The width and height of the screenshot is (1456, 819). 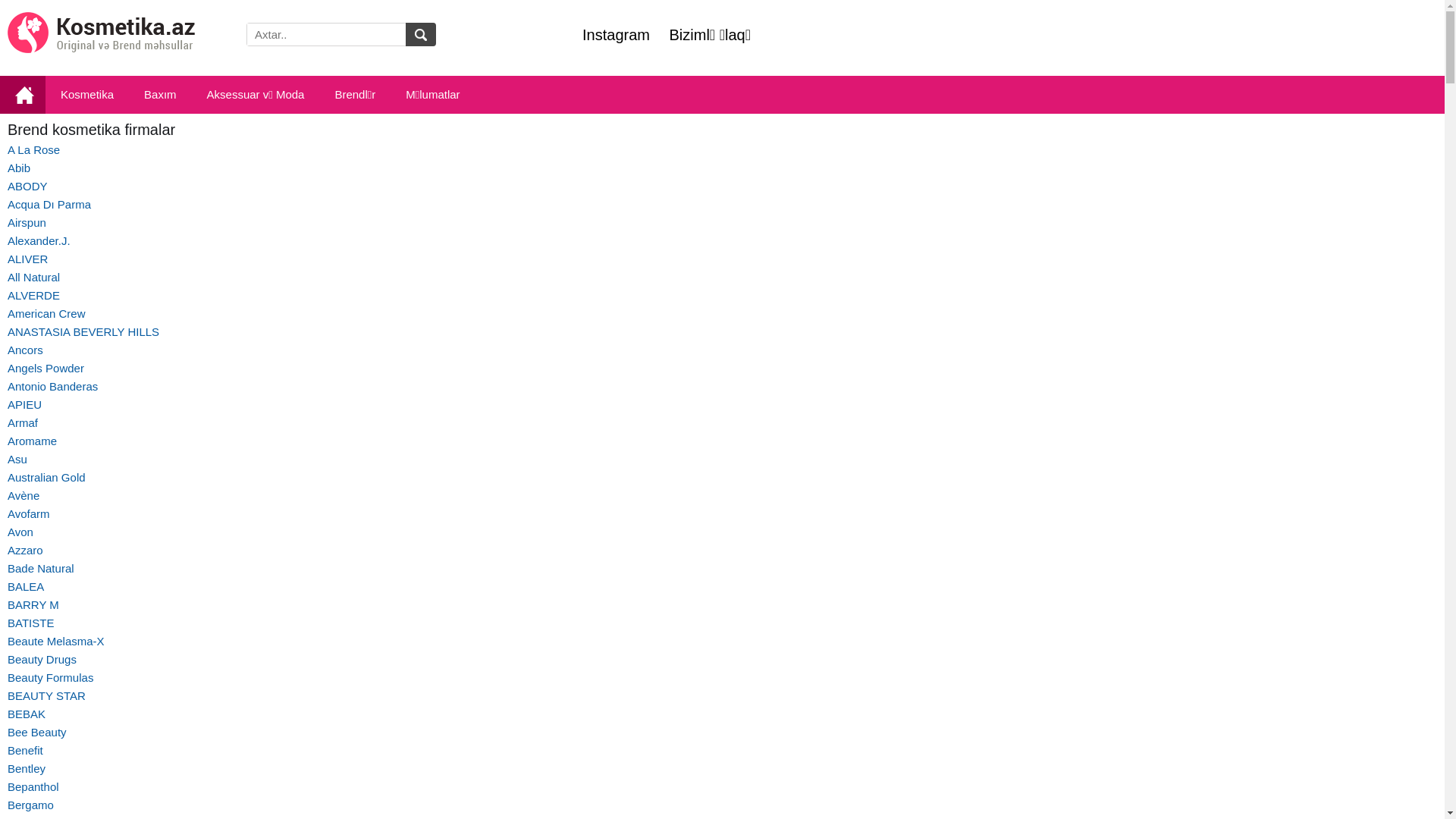 I want to click on 'ABODY', so click(x=27, y=185).